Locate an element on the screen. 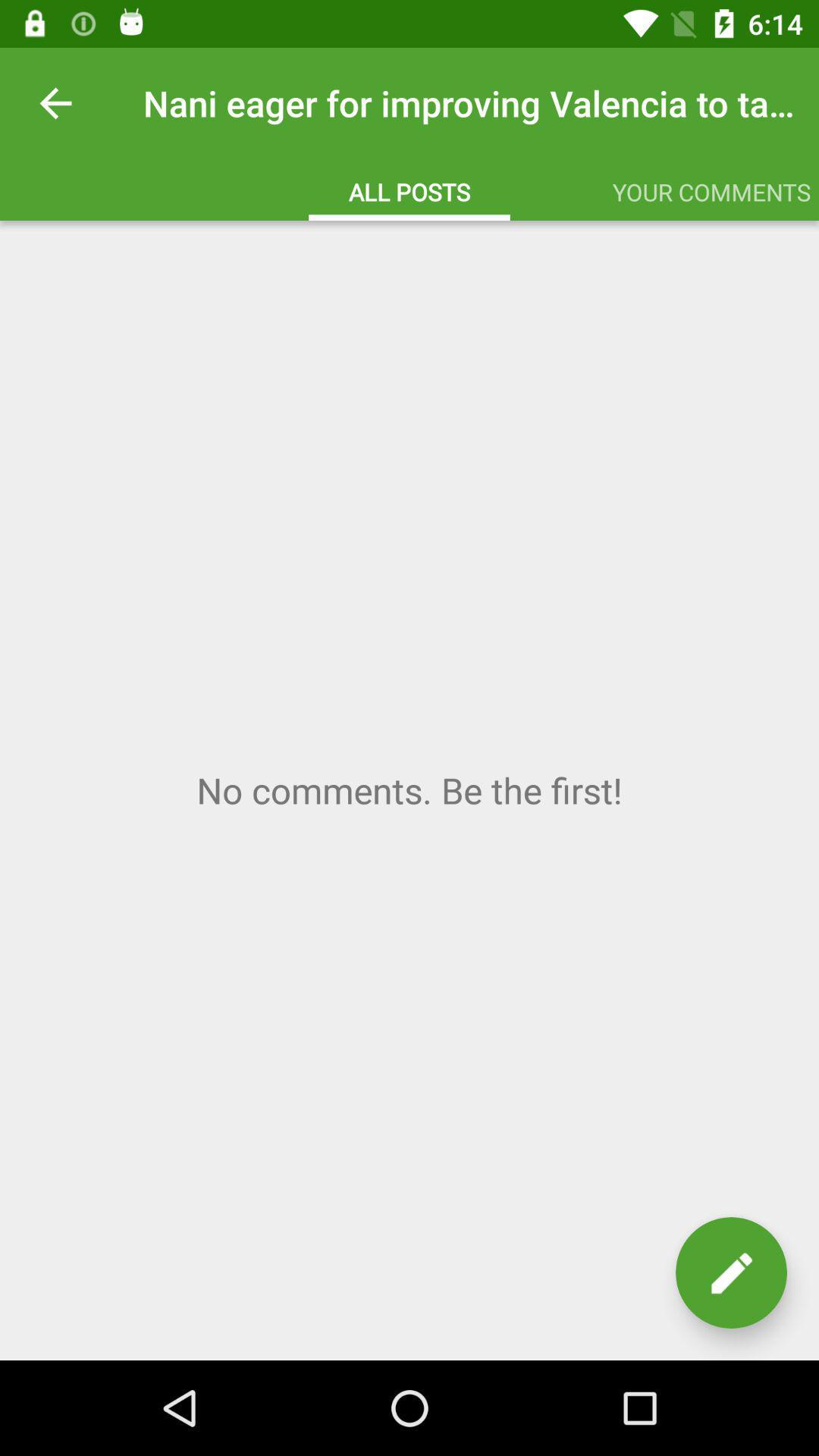 The image size is (819, 1456). comment container with write comment button is located at coordinates (409, 789).